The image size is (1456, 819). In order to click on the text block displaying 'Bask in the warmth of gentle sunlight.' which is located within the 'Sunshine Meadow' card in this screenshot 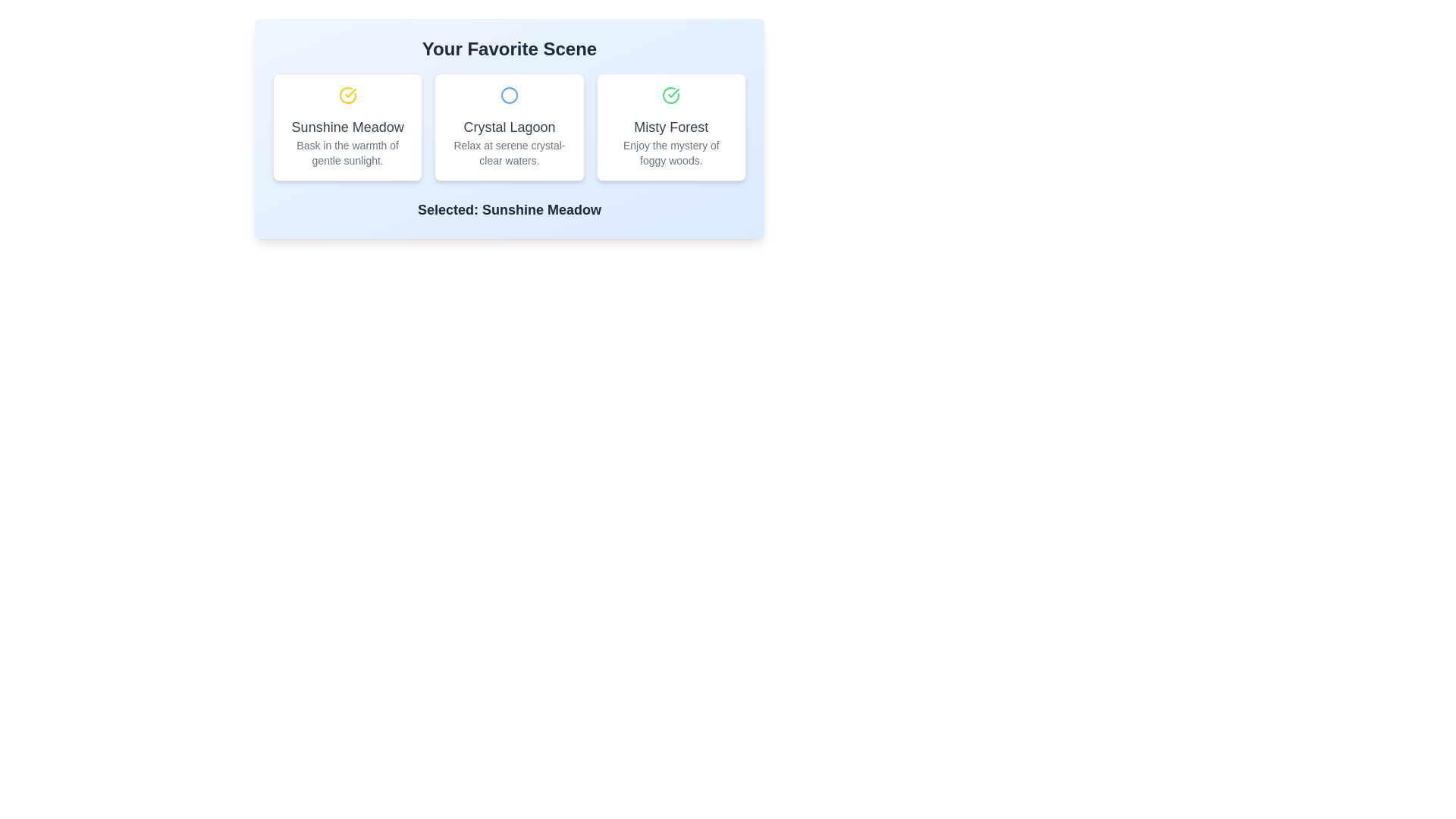, I will do `click(347, 152)`.